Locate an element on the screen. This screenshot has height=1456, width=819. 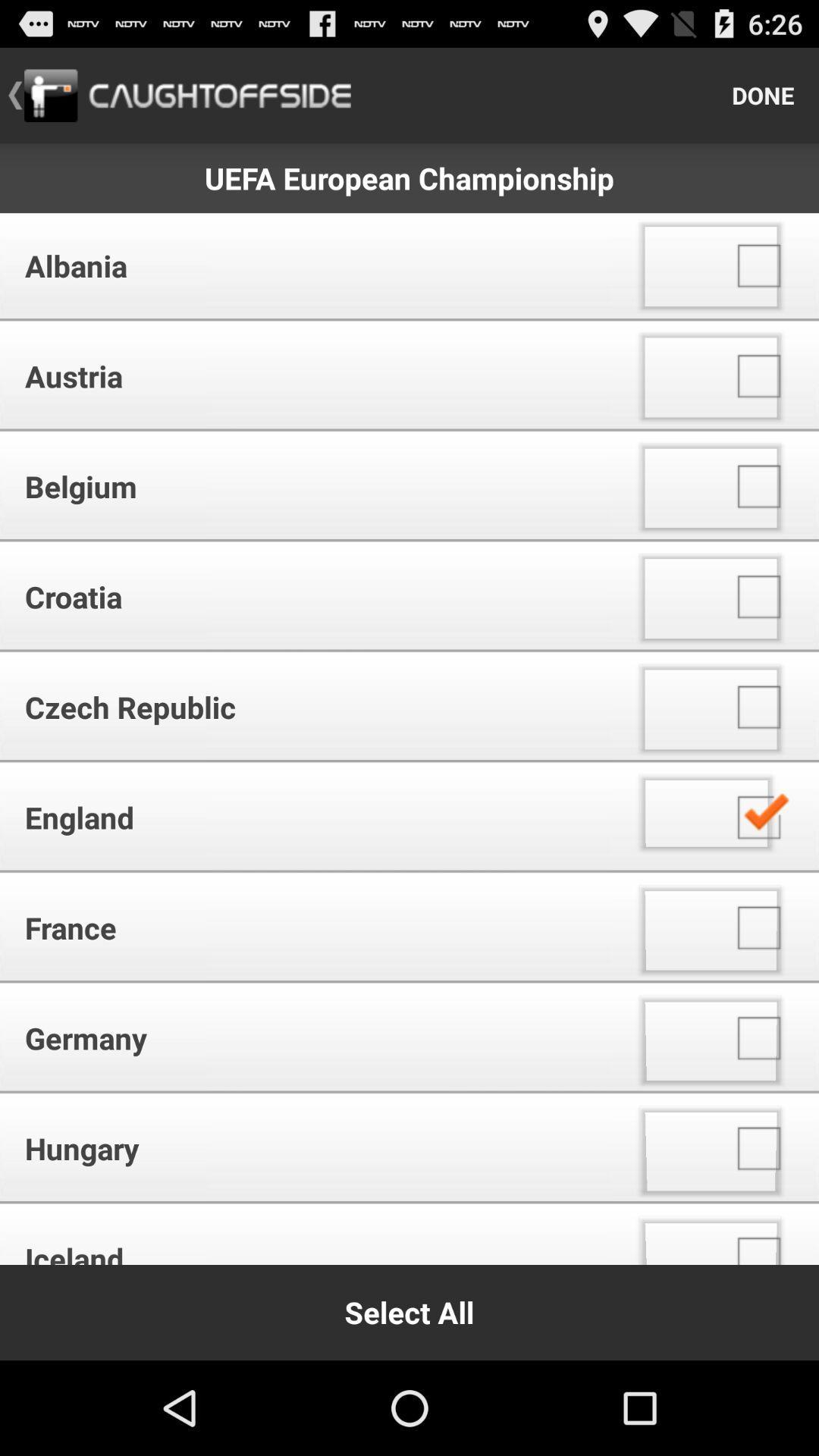
the austria item is located at coordinates (310, 376).